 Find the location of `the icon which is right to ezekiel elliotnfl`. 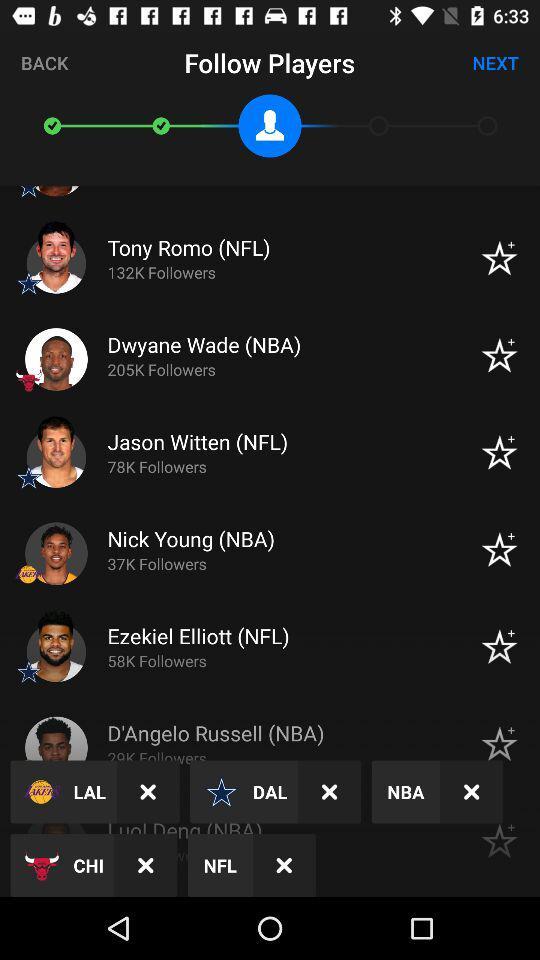

the icon which is right to ezekiel elliotnfl is located at coordinates (498, 645).